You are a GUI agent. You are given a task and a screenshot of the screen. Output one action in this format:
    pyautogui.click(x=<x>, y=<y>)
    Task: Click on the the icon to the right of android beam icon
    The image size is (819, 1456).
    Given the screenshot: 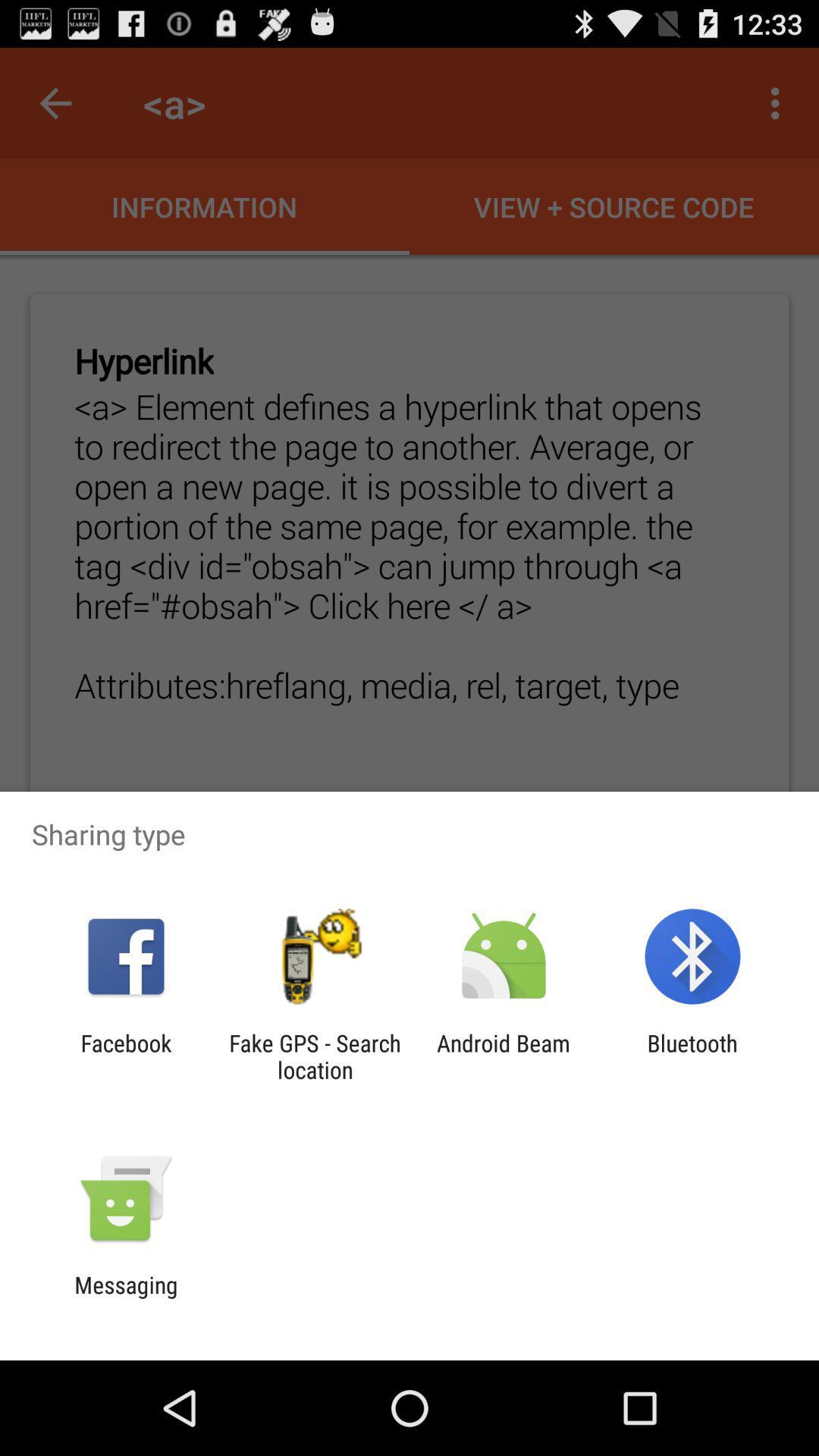 What is the action you would take?
    pyautogui.click(x=692, y=1056)
    